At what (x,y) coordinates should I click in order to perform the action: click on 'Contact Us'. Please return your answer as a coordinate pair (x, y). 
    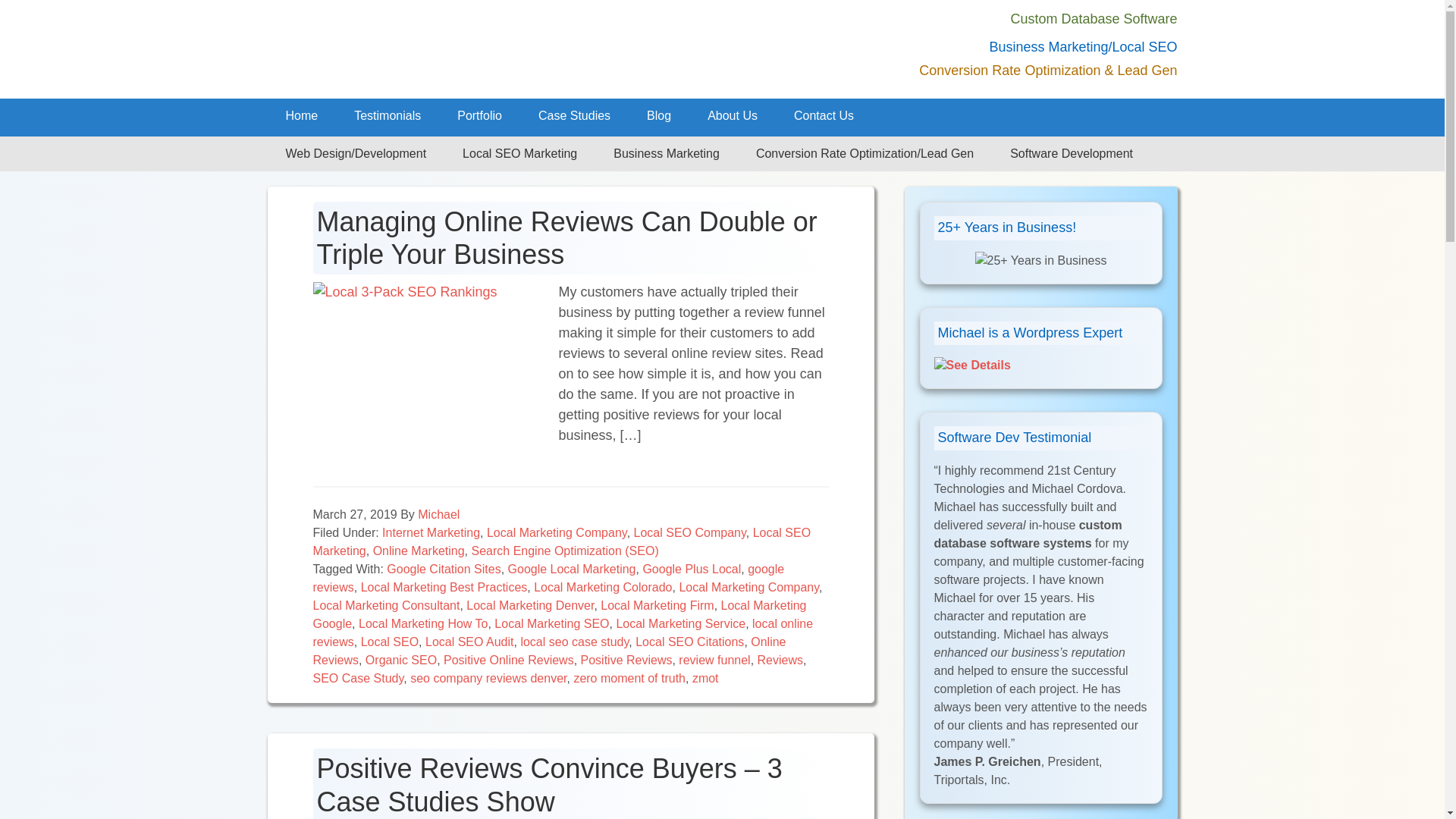
    Looking at the image, I should click on (823, 115).